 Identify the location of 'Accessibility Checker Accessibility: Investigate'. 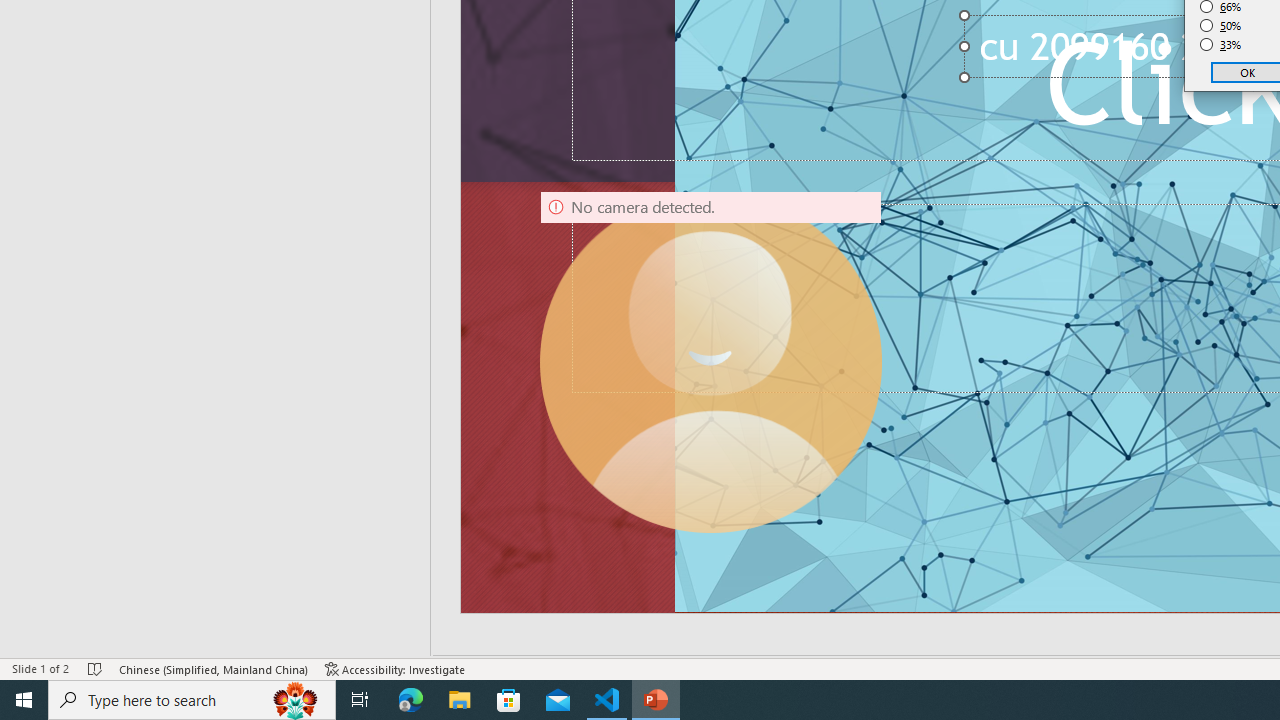
(395, 669).